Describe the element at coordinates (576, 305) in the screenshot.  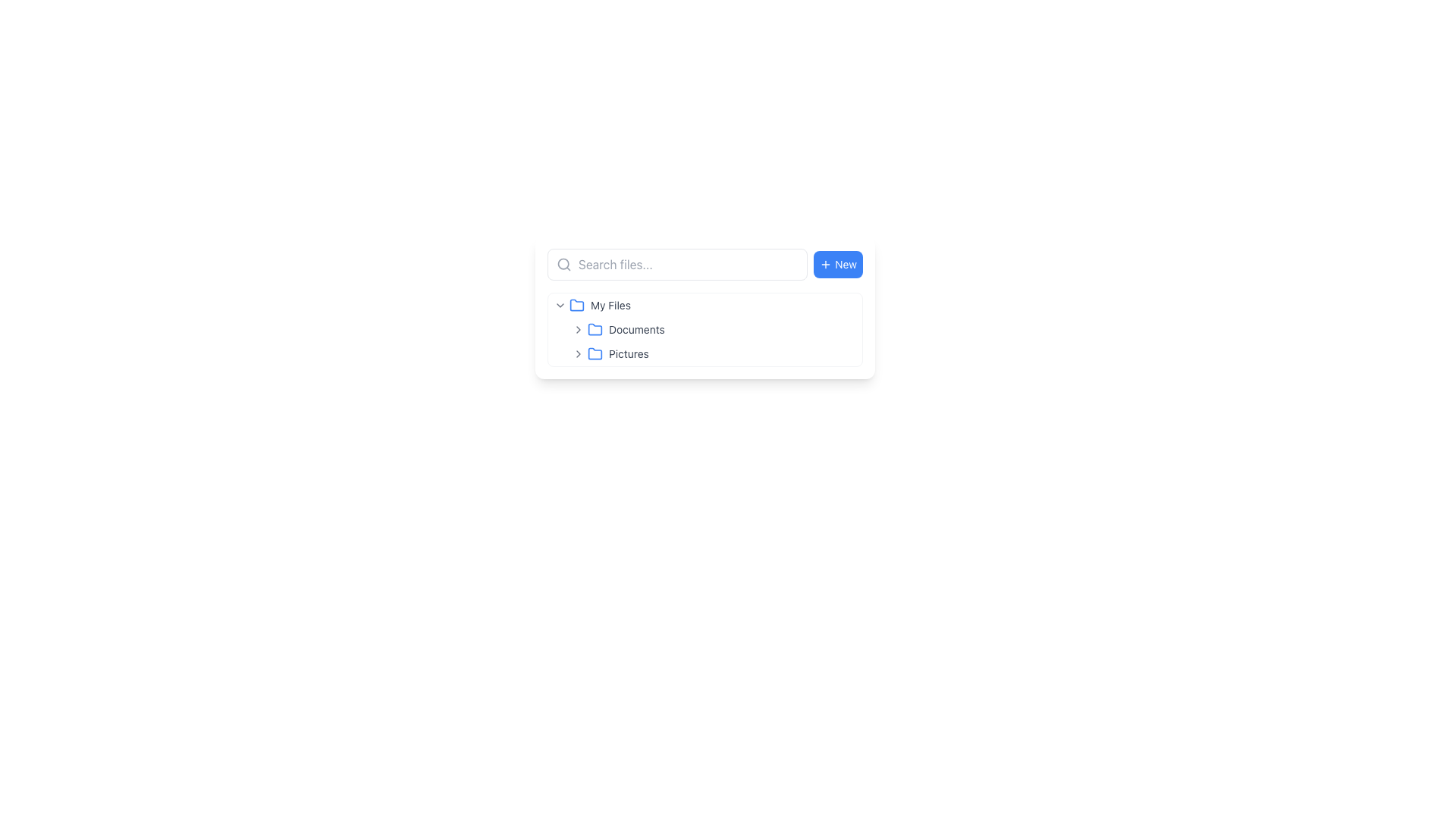
I see `the folder icon located to the left of the 'My Files' text in the file manager interface` at that location.